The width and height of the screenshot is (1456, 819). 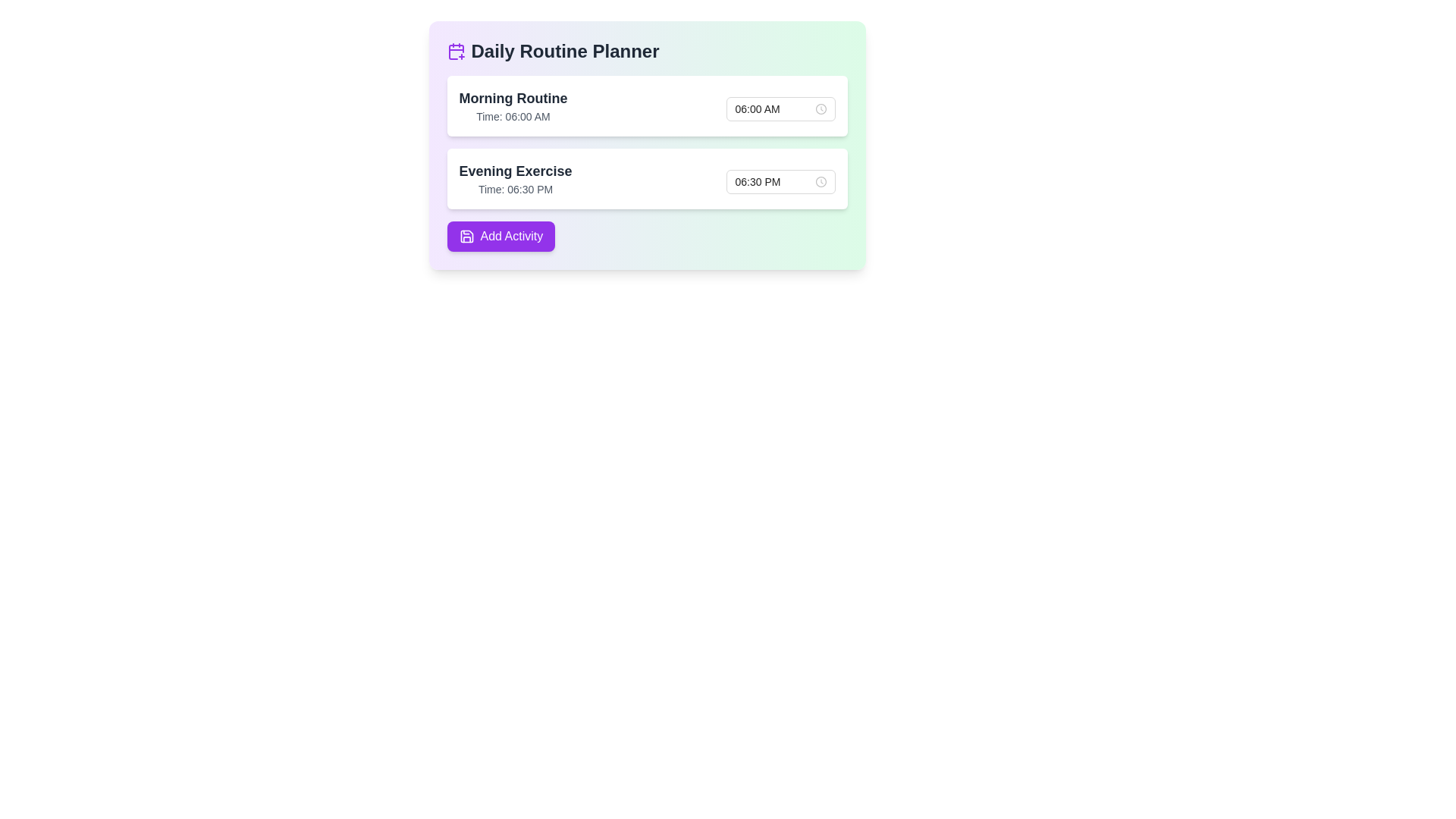 What do you see at coordinates (455, 51) in the screenshot?
I see `the purple calendar icon with a plus sign located to the left of the 'Daily Routine Planner' title` at bounding box center [455, 51].